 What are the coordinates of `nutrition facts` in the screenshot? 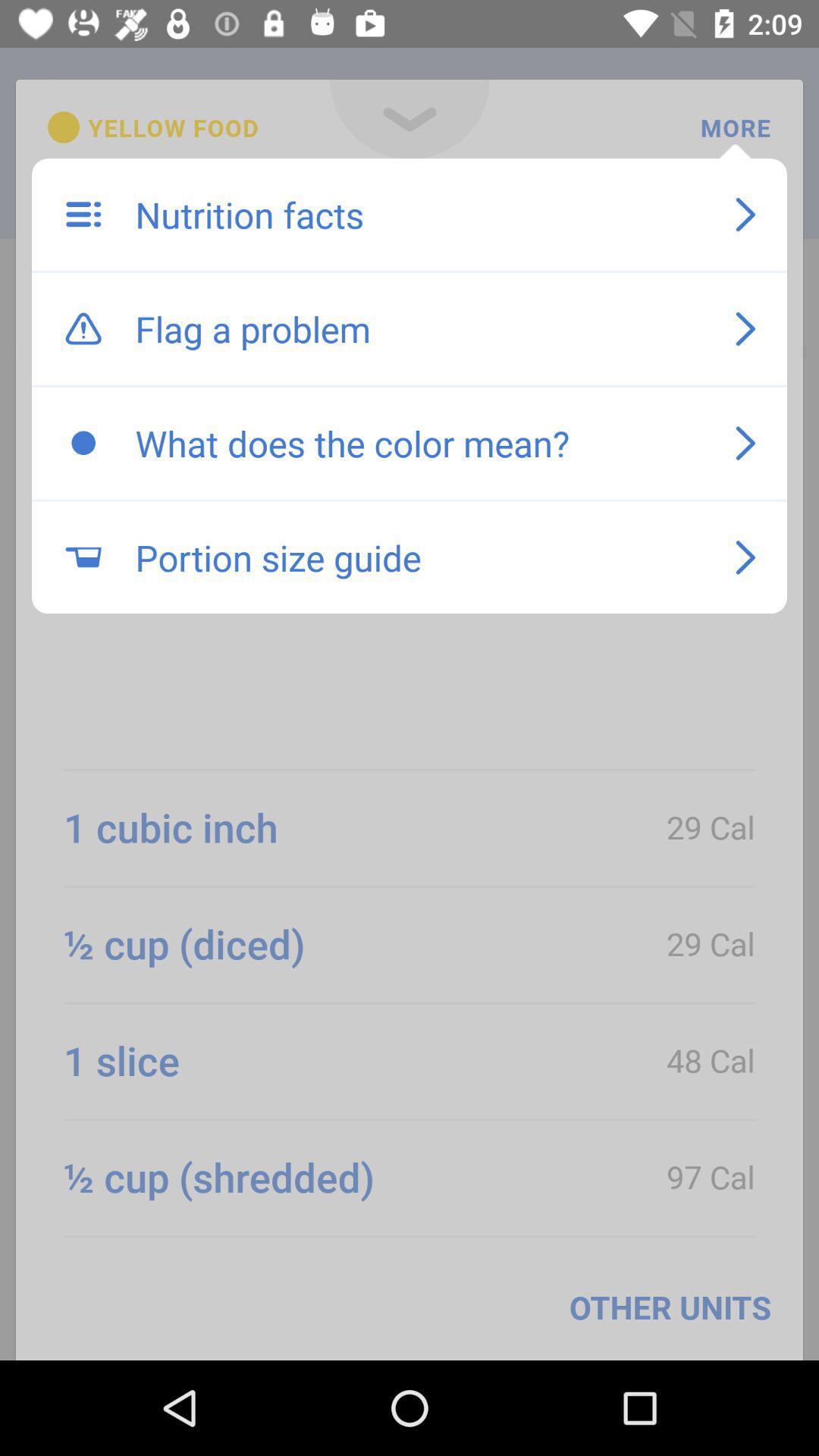 It's located at (419, 214).